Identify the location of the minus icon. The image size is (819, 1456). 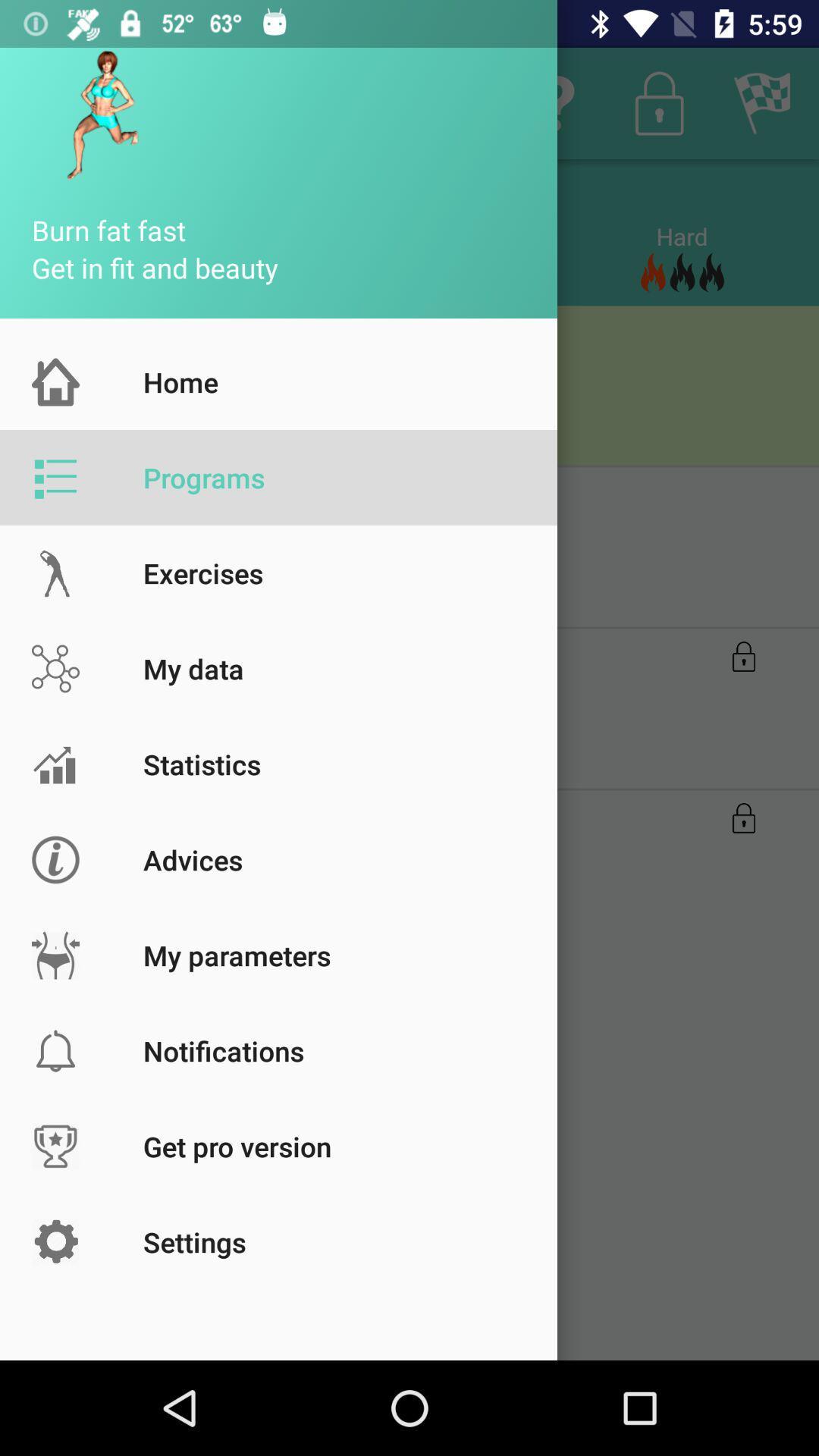
(408, 454).